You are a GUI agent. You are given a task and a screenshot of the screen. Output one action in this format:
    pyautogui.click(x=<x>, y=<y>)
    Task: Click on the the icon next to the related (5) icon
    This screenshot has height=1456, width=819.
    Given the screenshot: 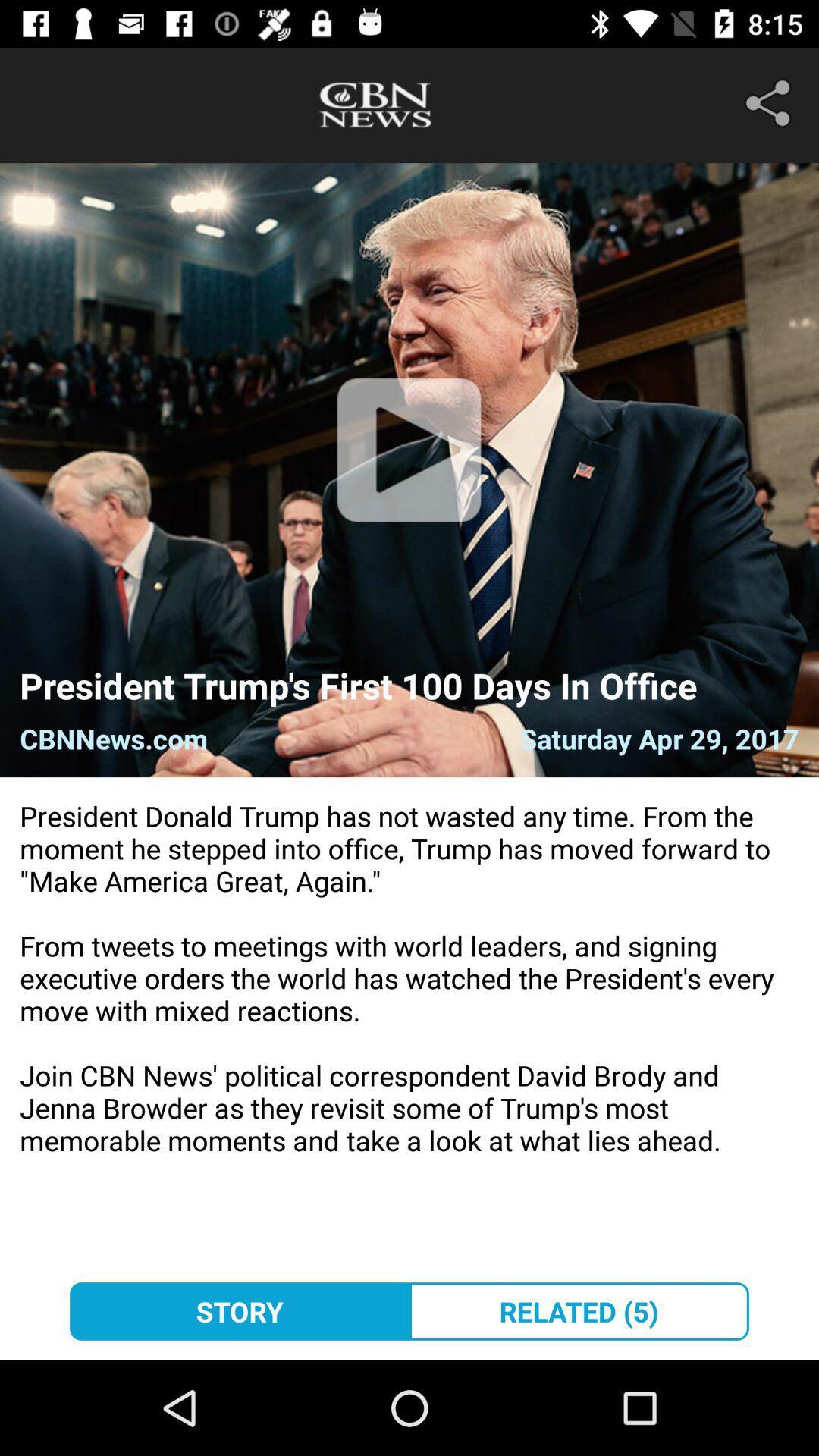 What is the action you would take?
    pyautogui.click(x=239, y=1310)
    